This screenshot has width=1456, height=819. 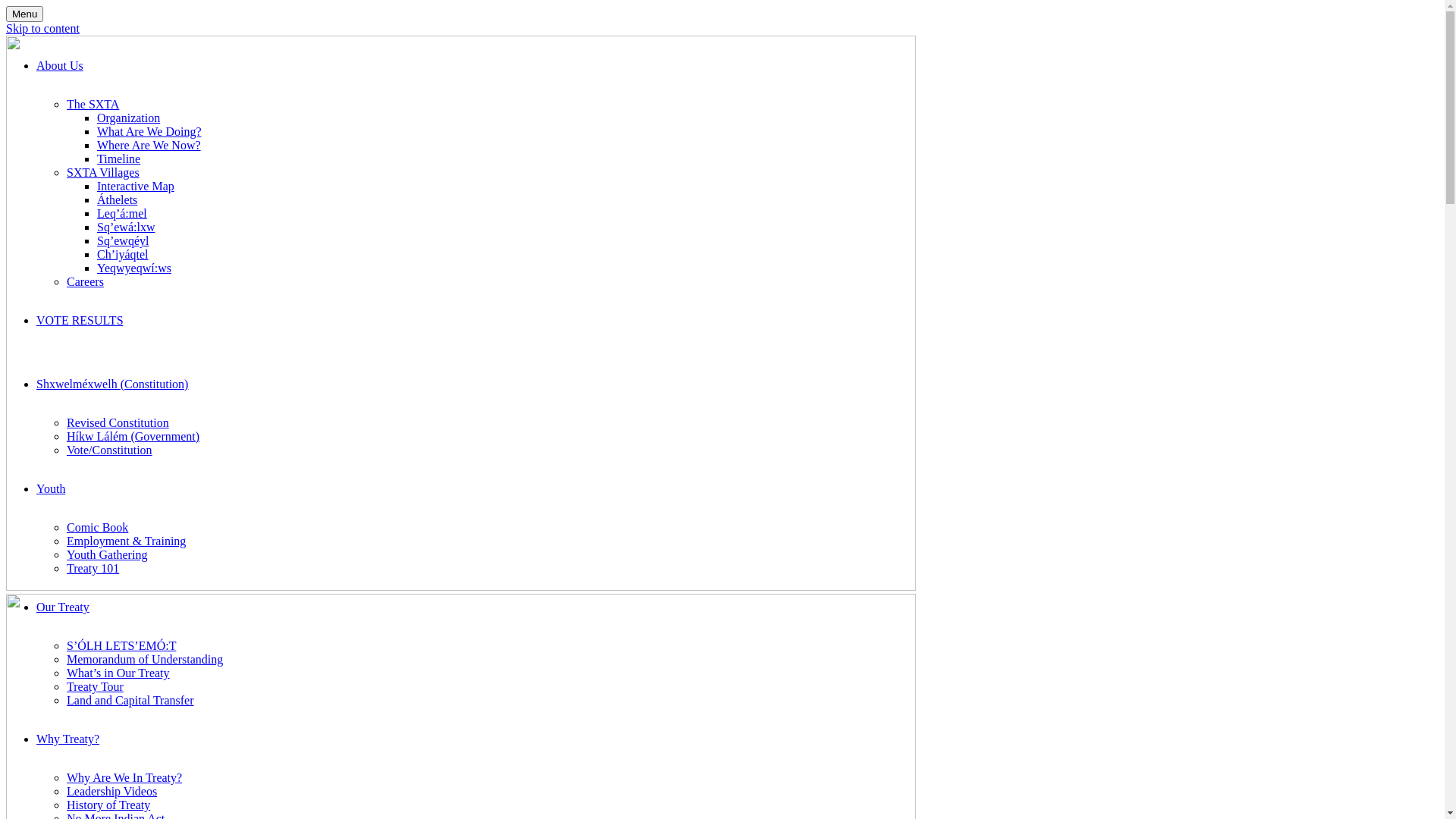 I want to click on 'Interactive Map', so click(x=135, y=185).